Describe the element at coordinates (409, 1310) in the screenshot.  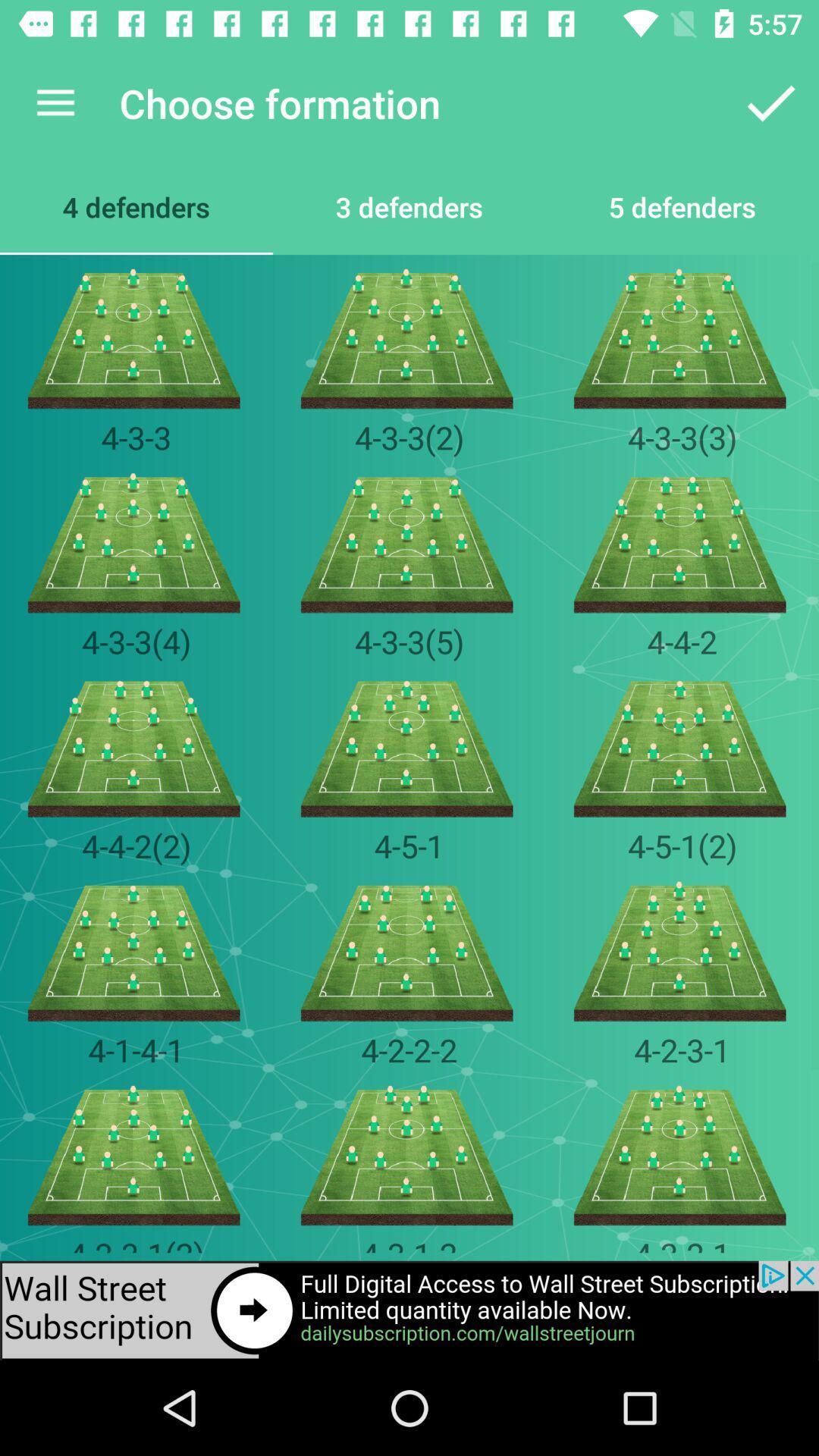
I see `app advertisement` at that location.